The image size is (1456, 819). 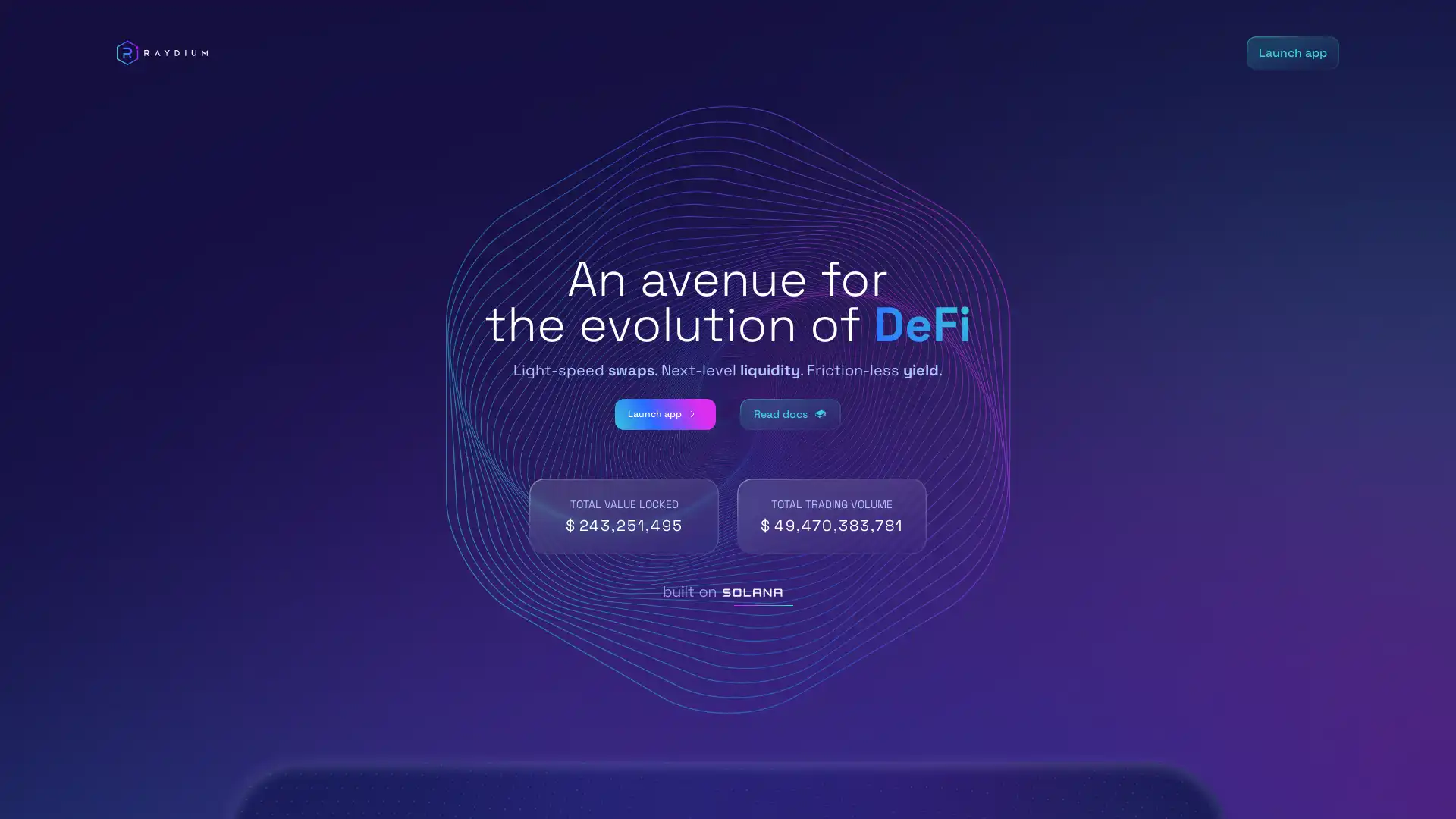 What do you see at coordinates (1291, 52) in the screenshot?
I see `Launch app` at bounding box center [1291, 52].